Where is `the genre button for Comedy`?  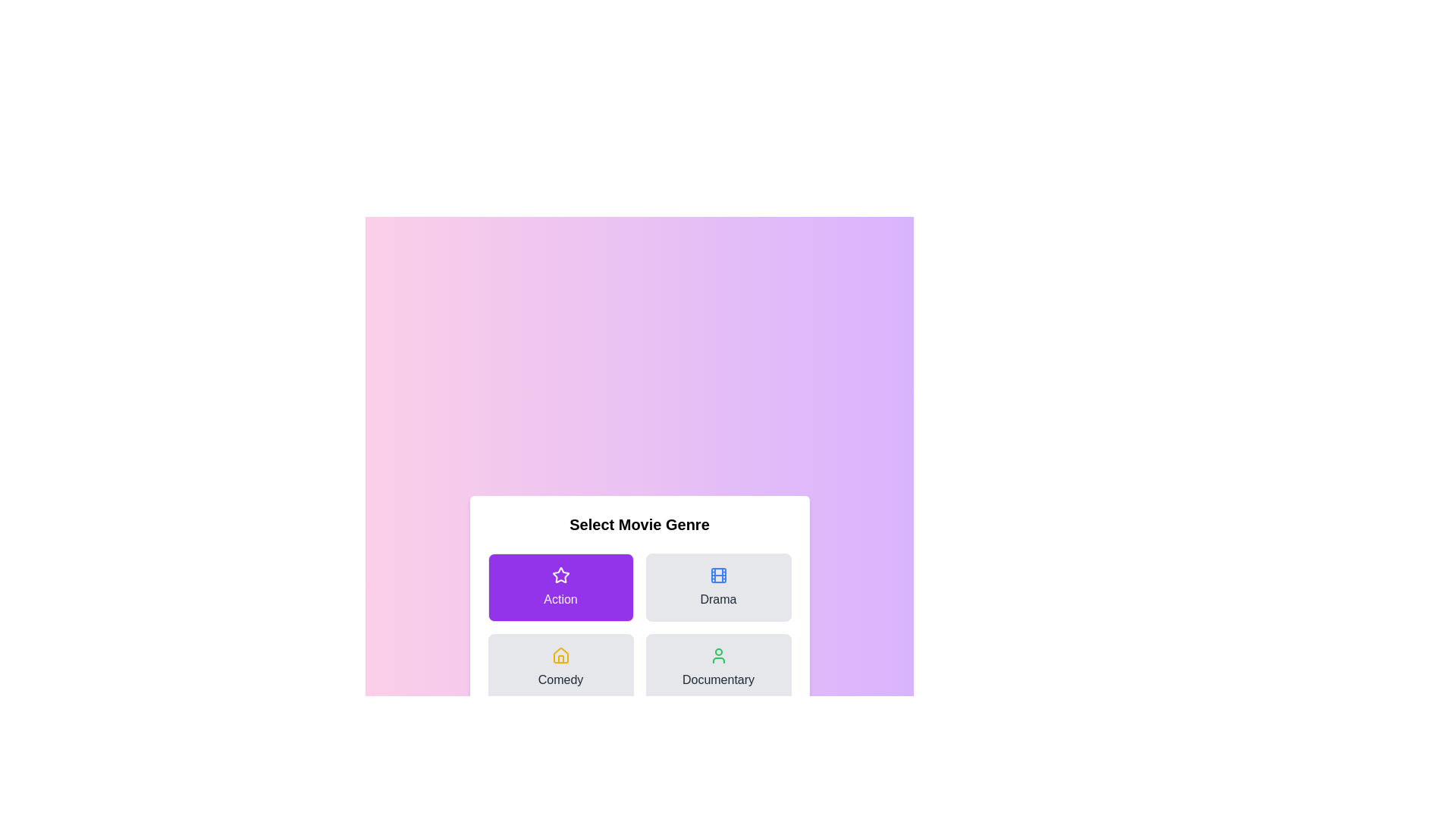 the genre button for Comedy is located at coordinates (560, 667).